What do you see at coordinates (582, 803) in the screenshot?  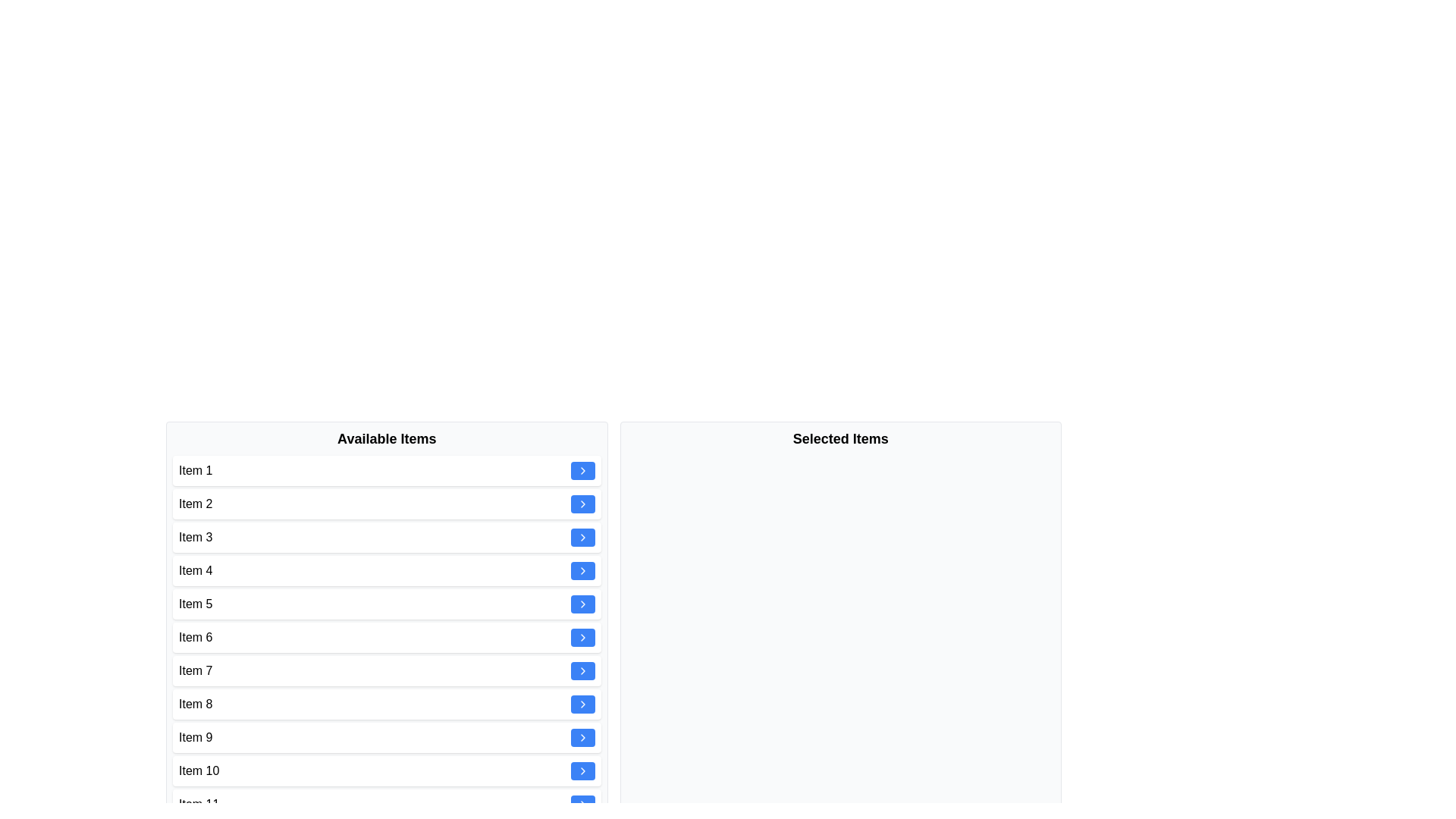 I see `the button located at the far right of the 'Item 11' entry in the 'Available Items' section to initiate an action` at bounding box center [582, 803].